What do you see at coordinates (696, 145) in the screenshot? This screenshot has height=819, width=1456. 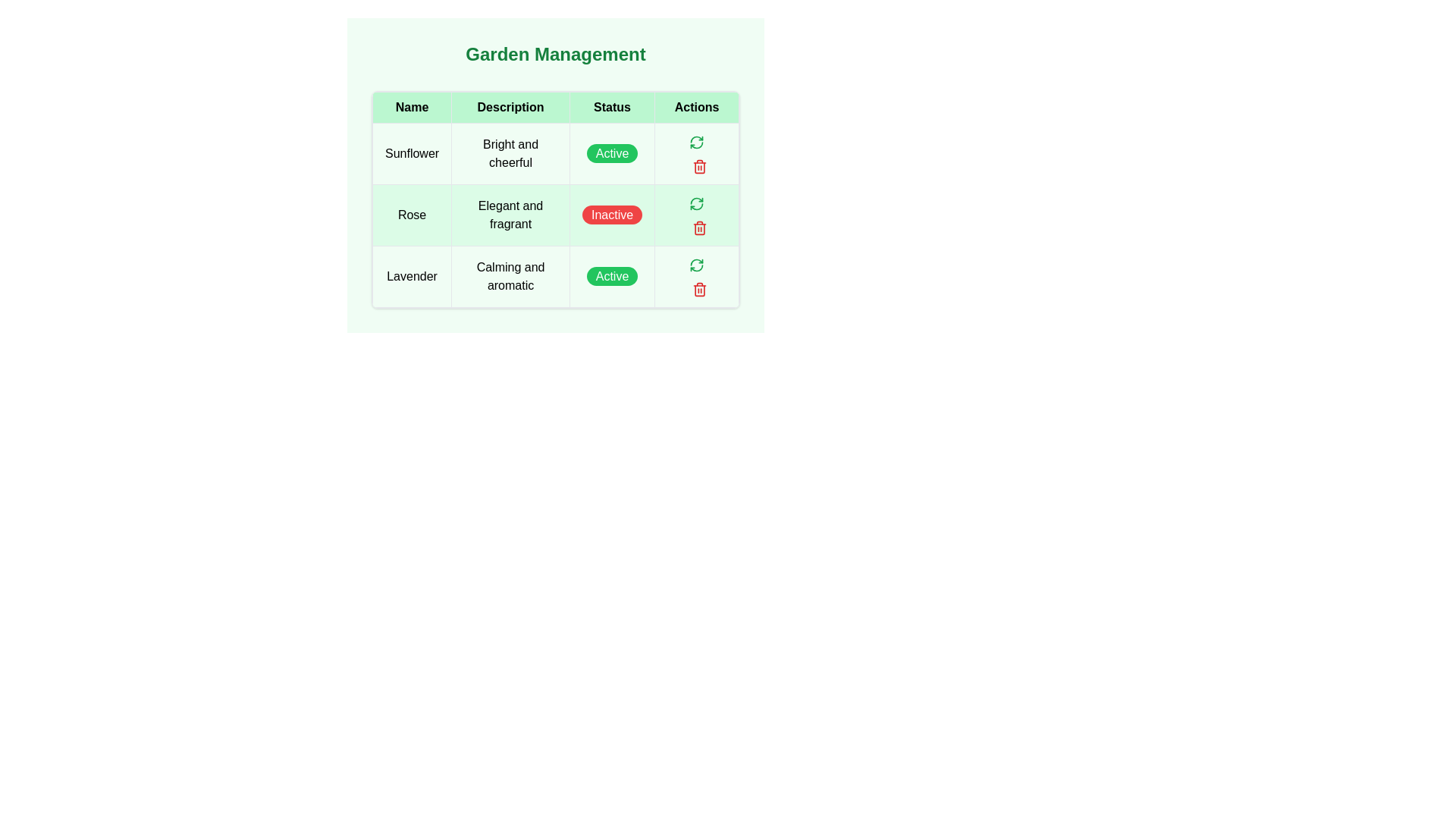 I see `the refresh icon in the 'Actions' column of the second row for 'Rose', which is currently marked as 'Inactive'` at bounding box center [696, 145].